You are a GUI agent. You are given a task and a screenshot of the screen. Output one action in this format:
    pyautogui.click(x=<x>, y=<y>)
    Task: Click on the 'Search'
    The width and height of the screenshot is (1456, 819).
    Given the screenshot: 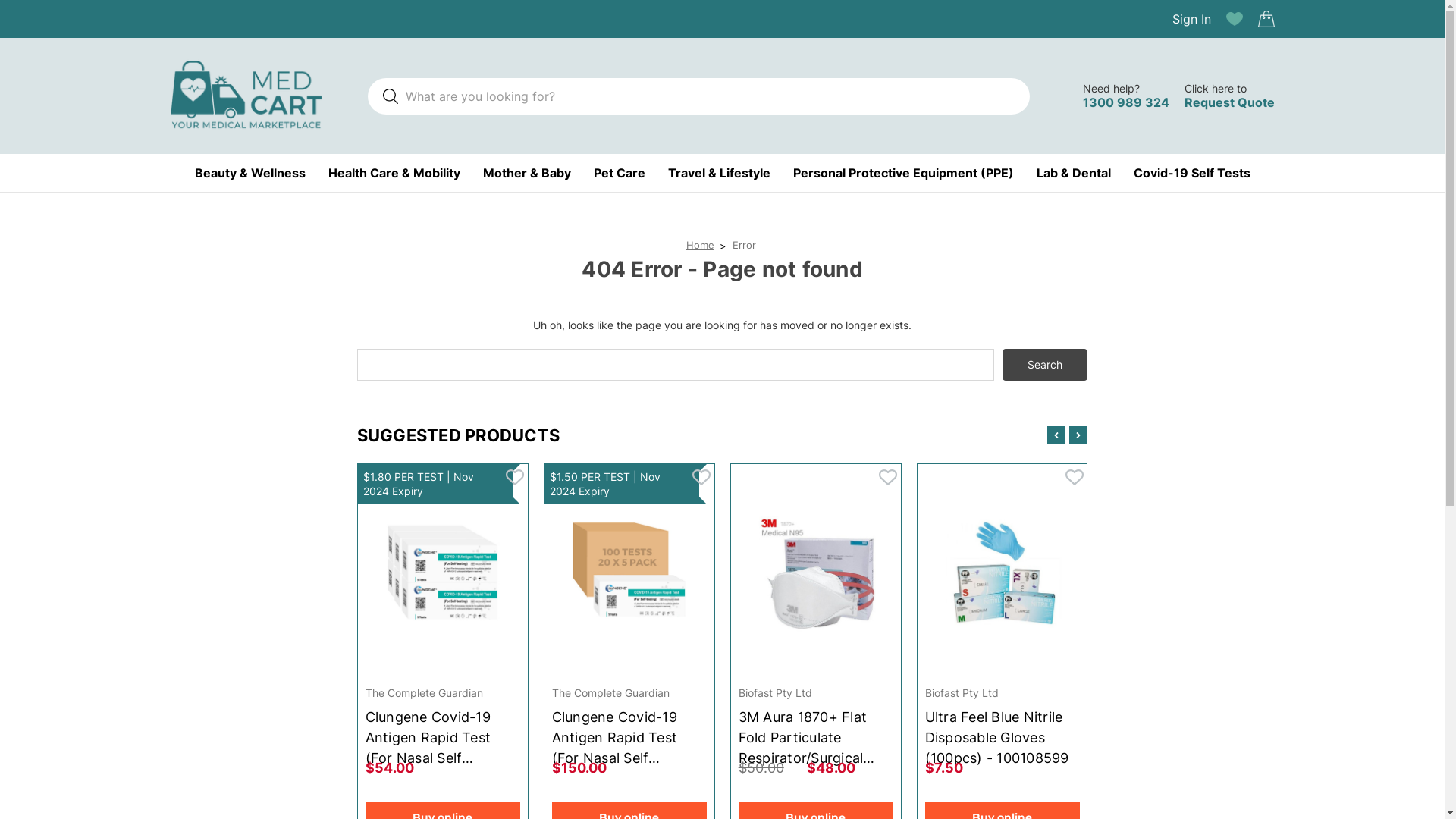 What is the action you would take?
    pyautogui.click(x=1043, y=365)
    